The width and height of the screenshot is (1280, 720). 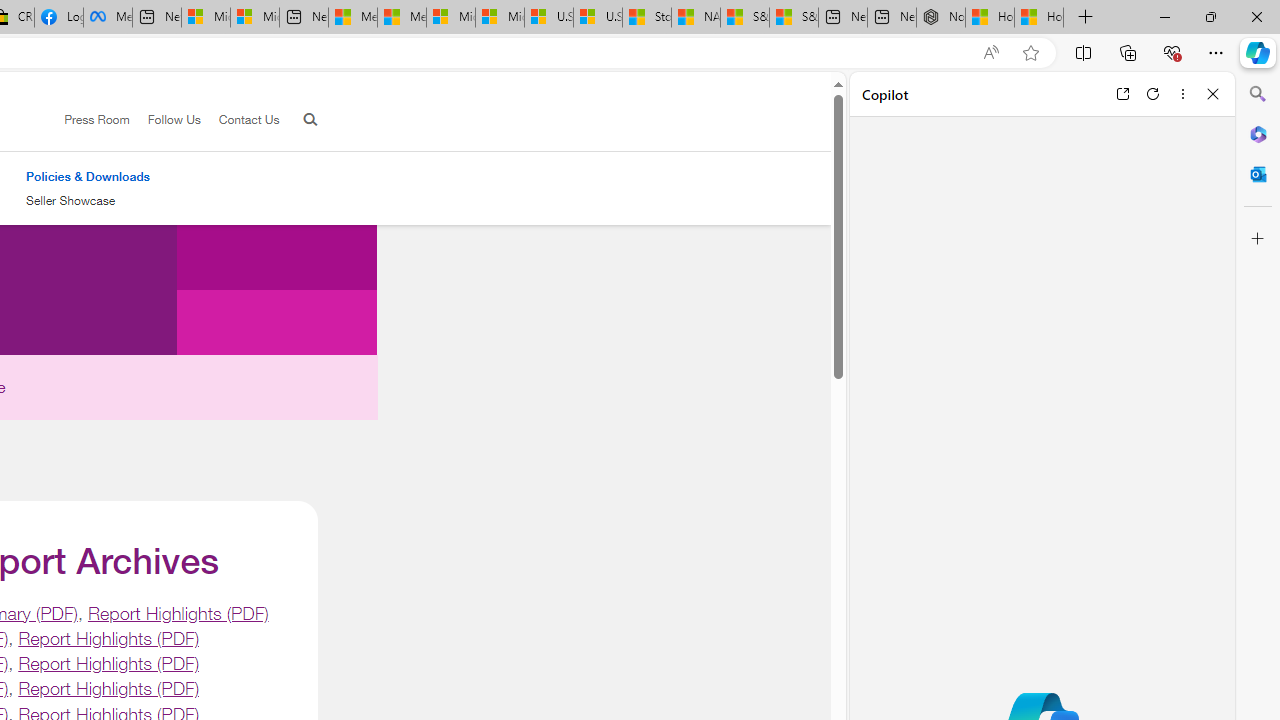 I want to click on 'Outlook', so click(x=1257, y=173).